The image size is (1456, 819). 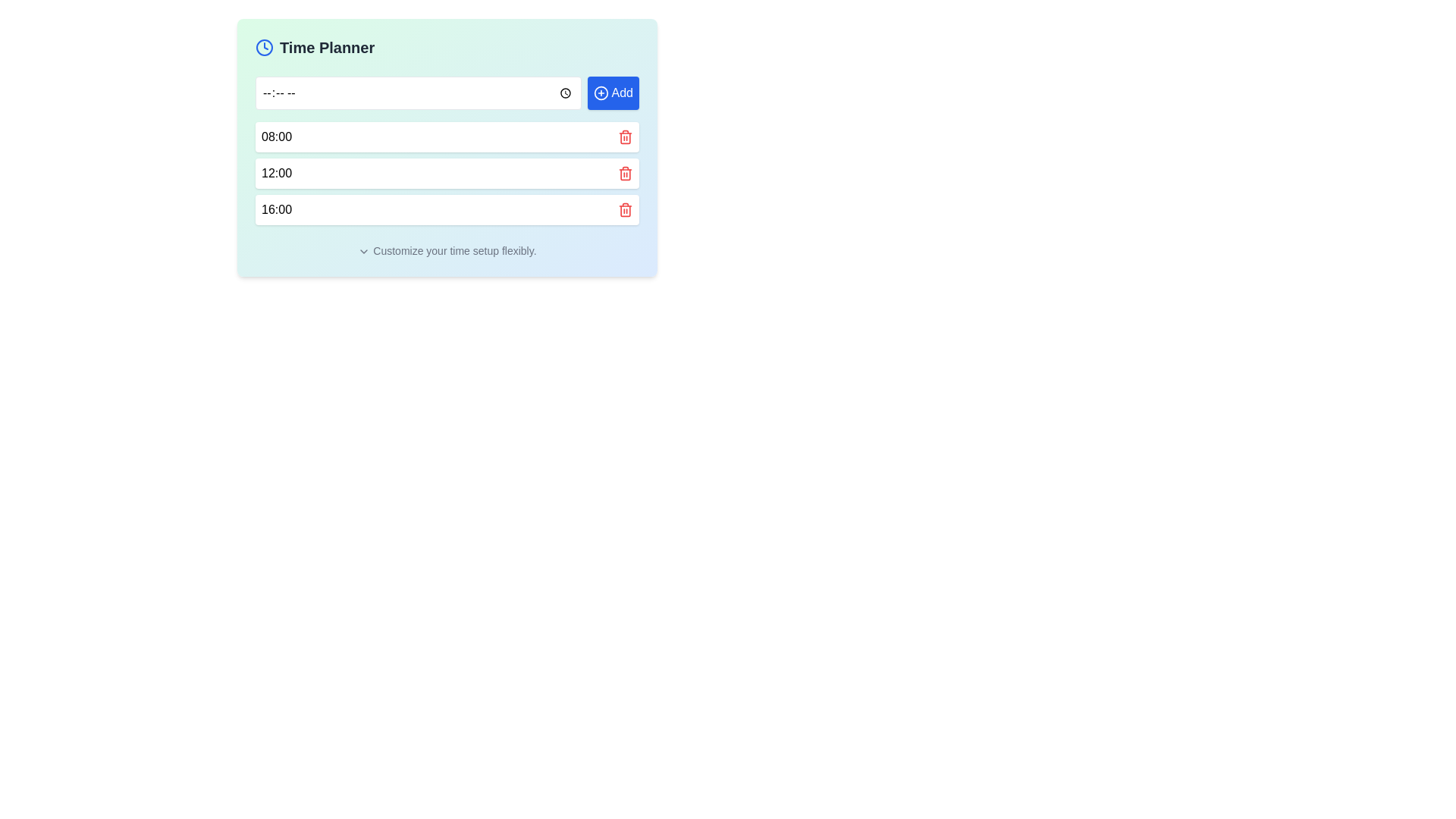 I want to click on the delete icon button, so click(x=626, y=172).